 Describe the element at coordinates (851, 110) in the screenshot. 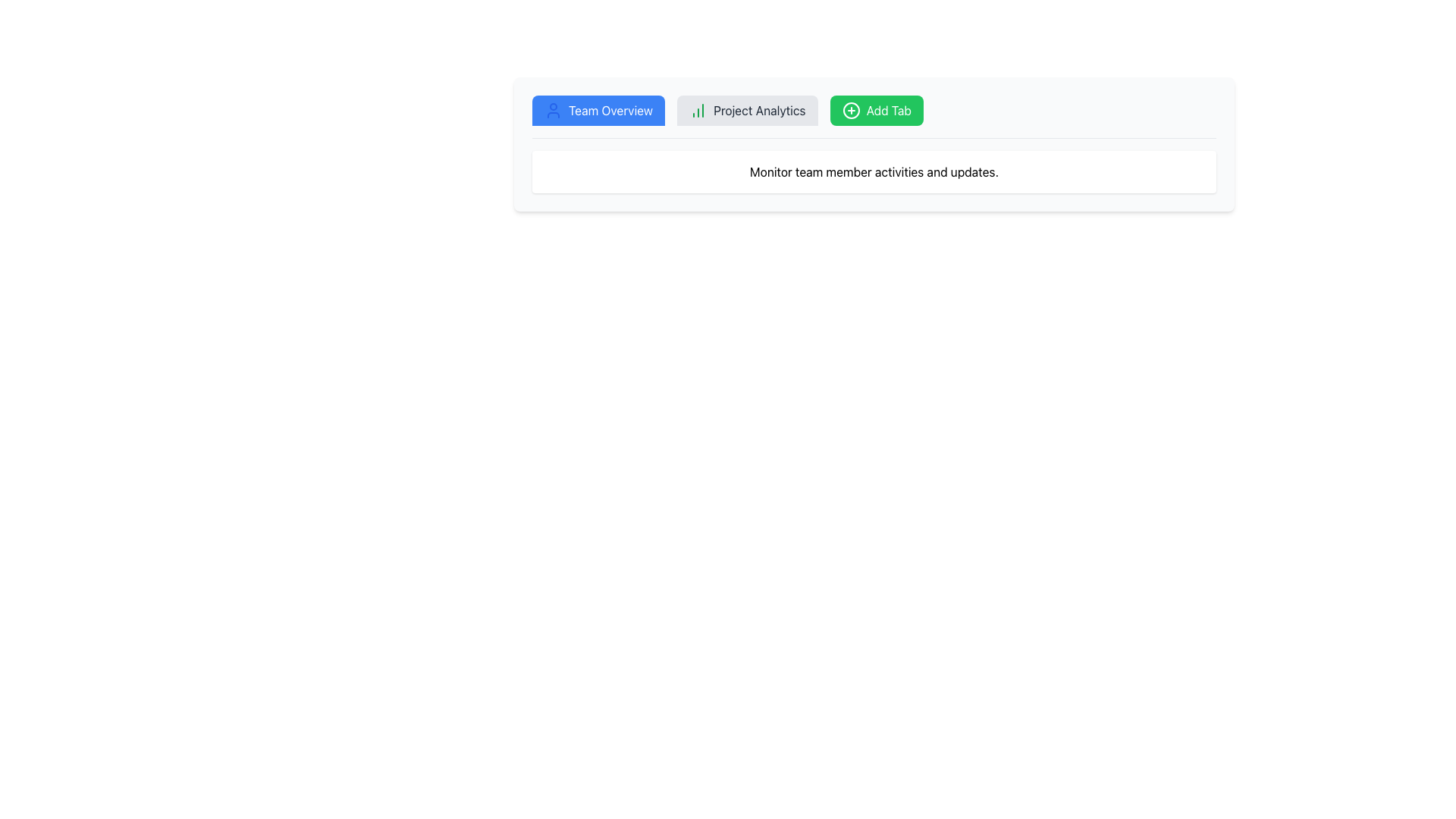

I see `the 'Add Tab' icon, which is visually represented inside a green button, located to the left of the 'Add Tab' button` at that location.